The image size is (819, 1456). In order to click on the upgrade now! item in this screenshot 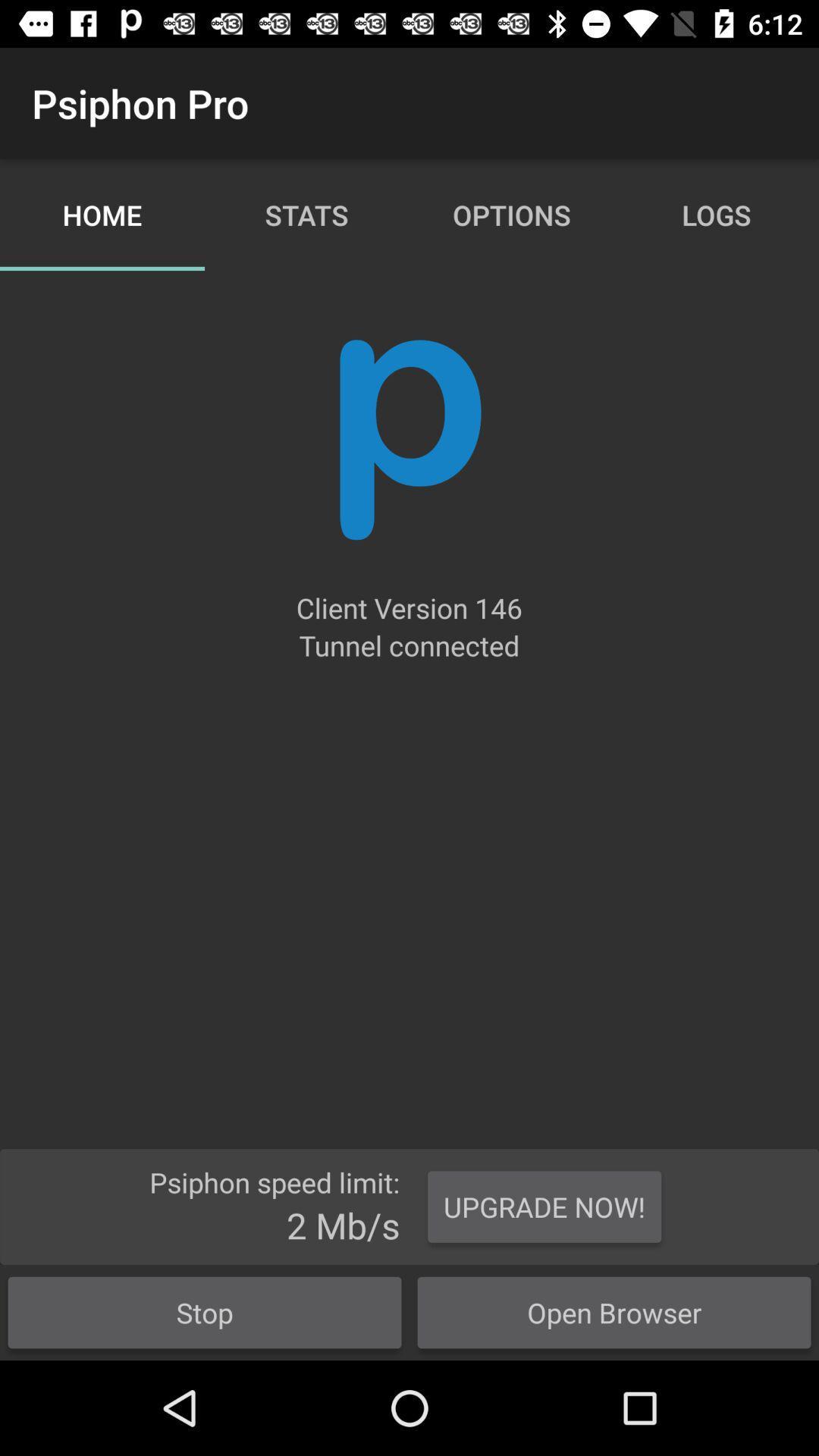, I will do `click(544, 1206)`.